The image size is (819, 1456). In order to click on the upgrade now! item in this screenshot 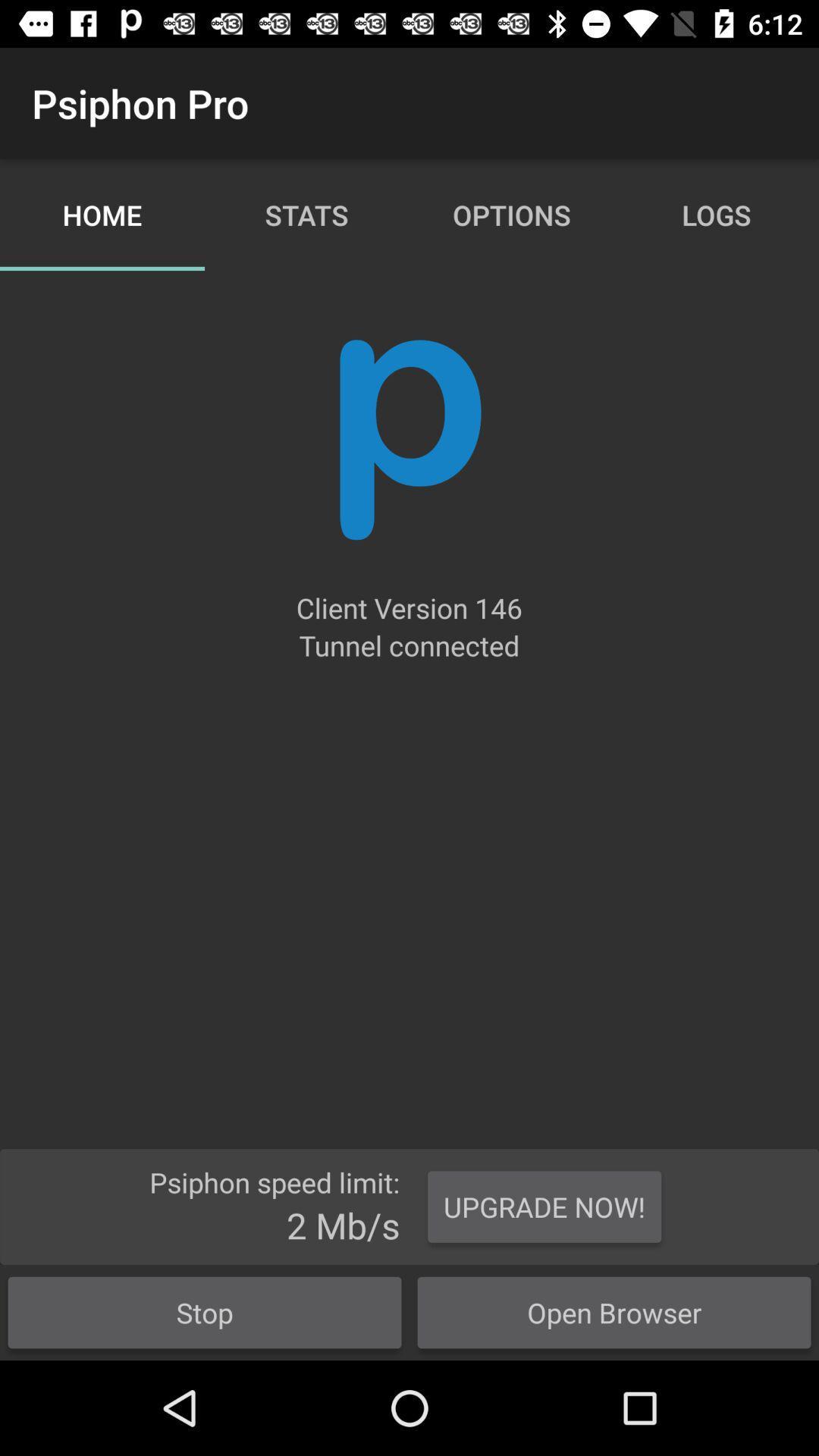, I will do `click(544, 1206)`.